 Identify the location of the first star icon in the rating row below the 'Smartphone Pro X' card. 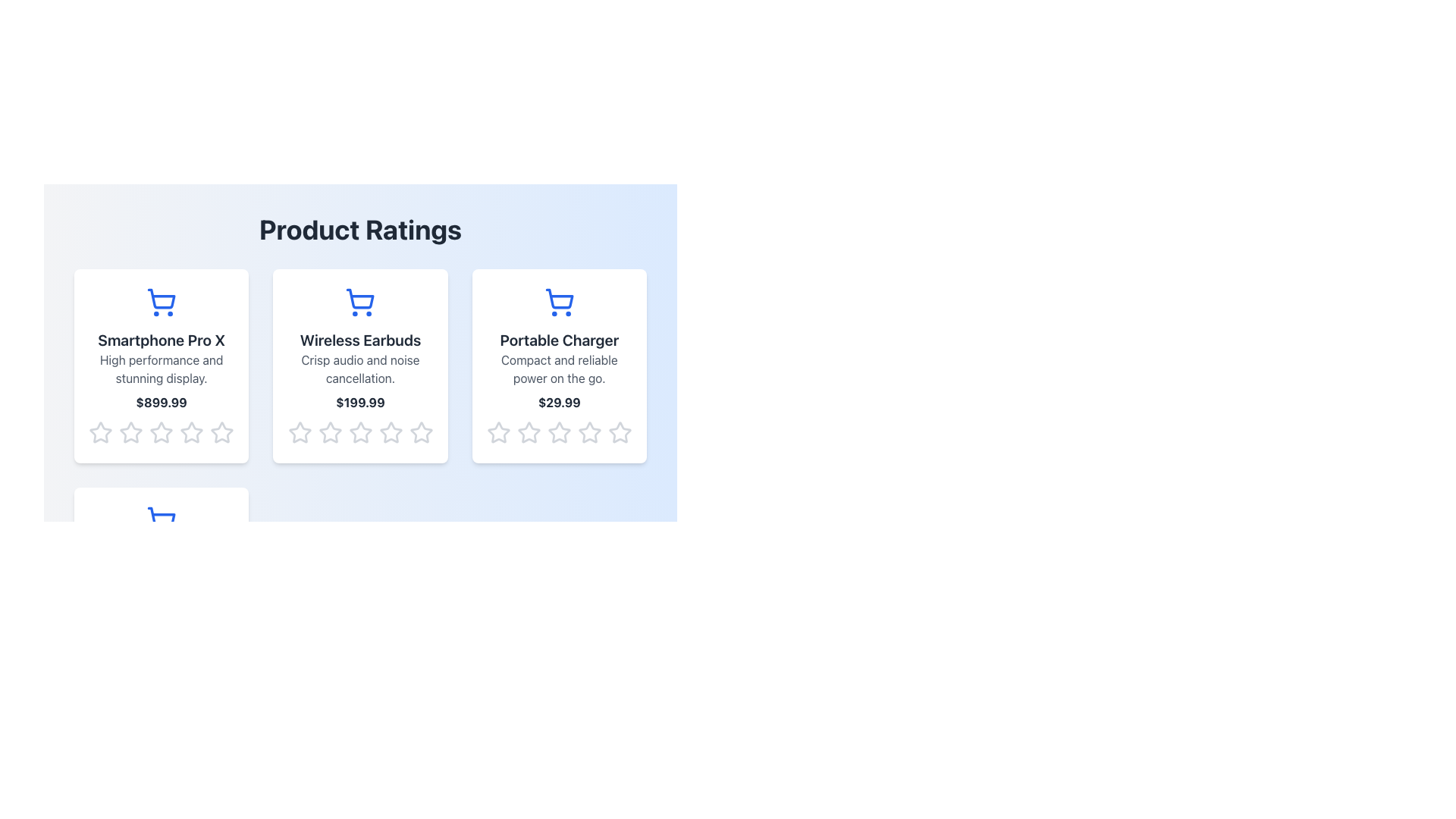
(162, 432).